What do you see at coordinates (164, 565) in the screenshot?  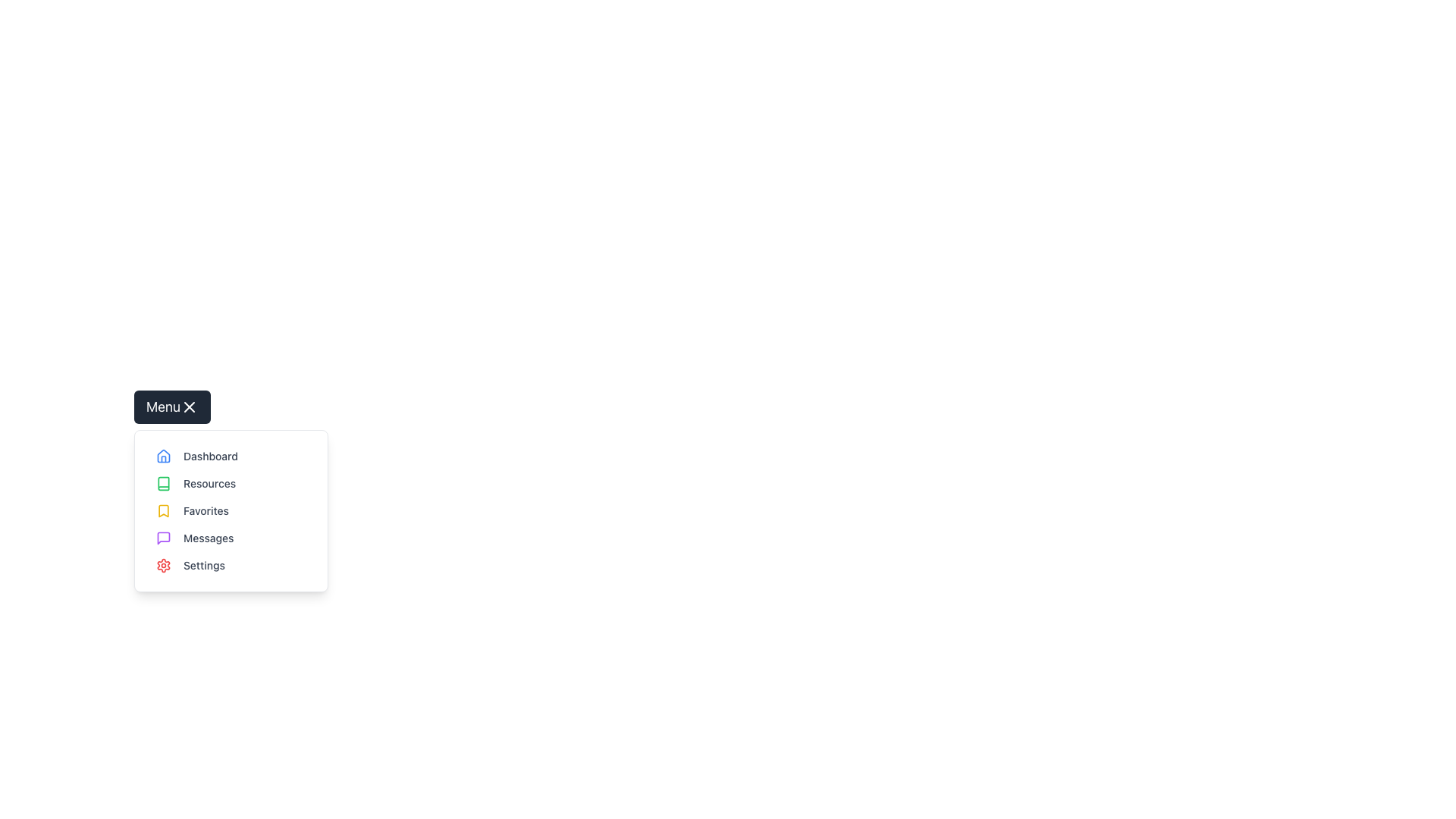 I see `the red gear icon located to the left of the 'Settings' text label in the bottom section of the interactive list menu` at bounding box center [164, 565].